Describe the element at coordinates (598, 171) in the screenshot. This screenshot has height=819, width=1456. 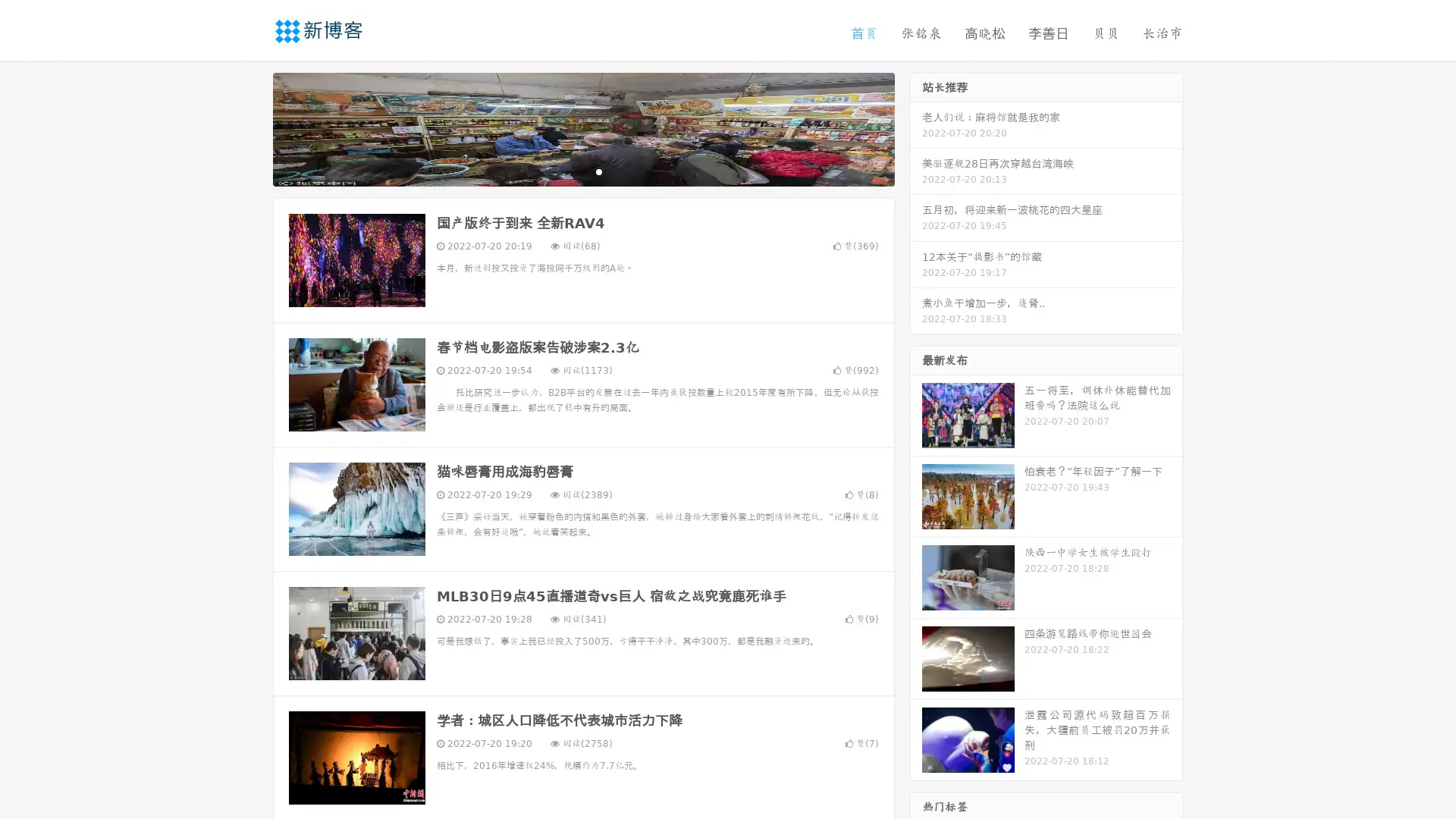
I see `Go to slide 3` at that location.